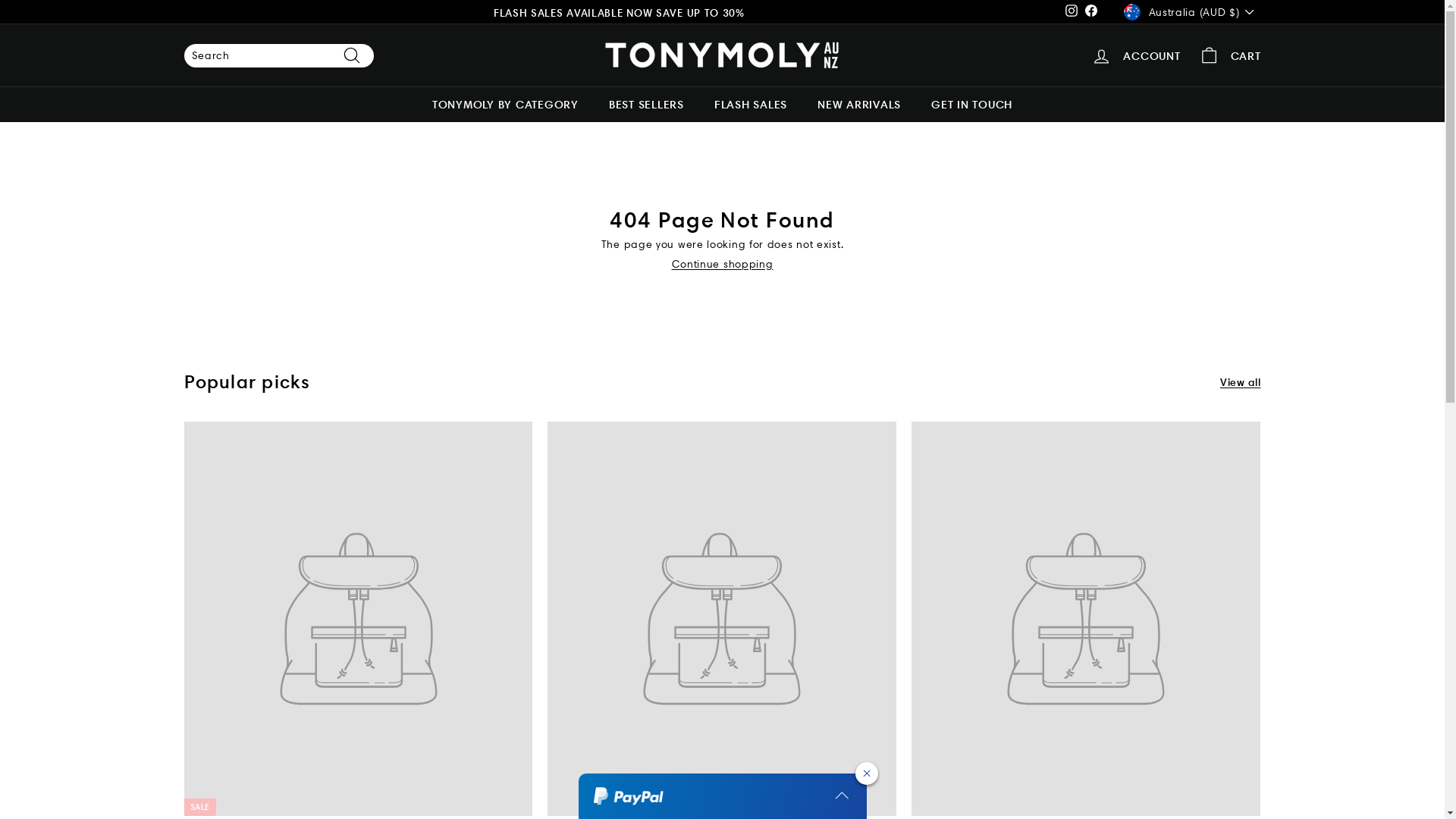 The height and width of the screenshot is (819, 1456). Describe the element at coordinates (750, 103) in the screenshot. I see `'FLASH SALES'` at that location.